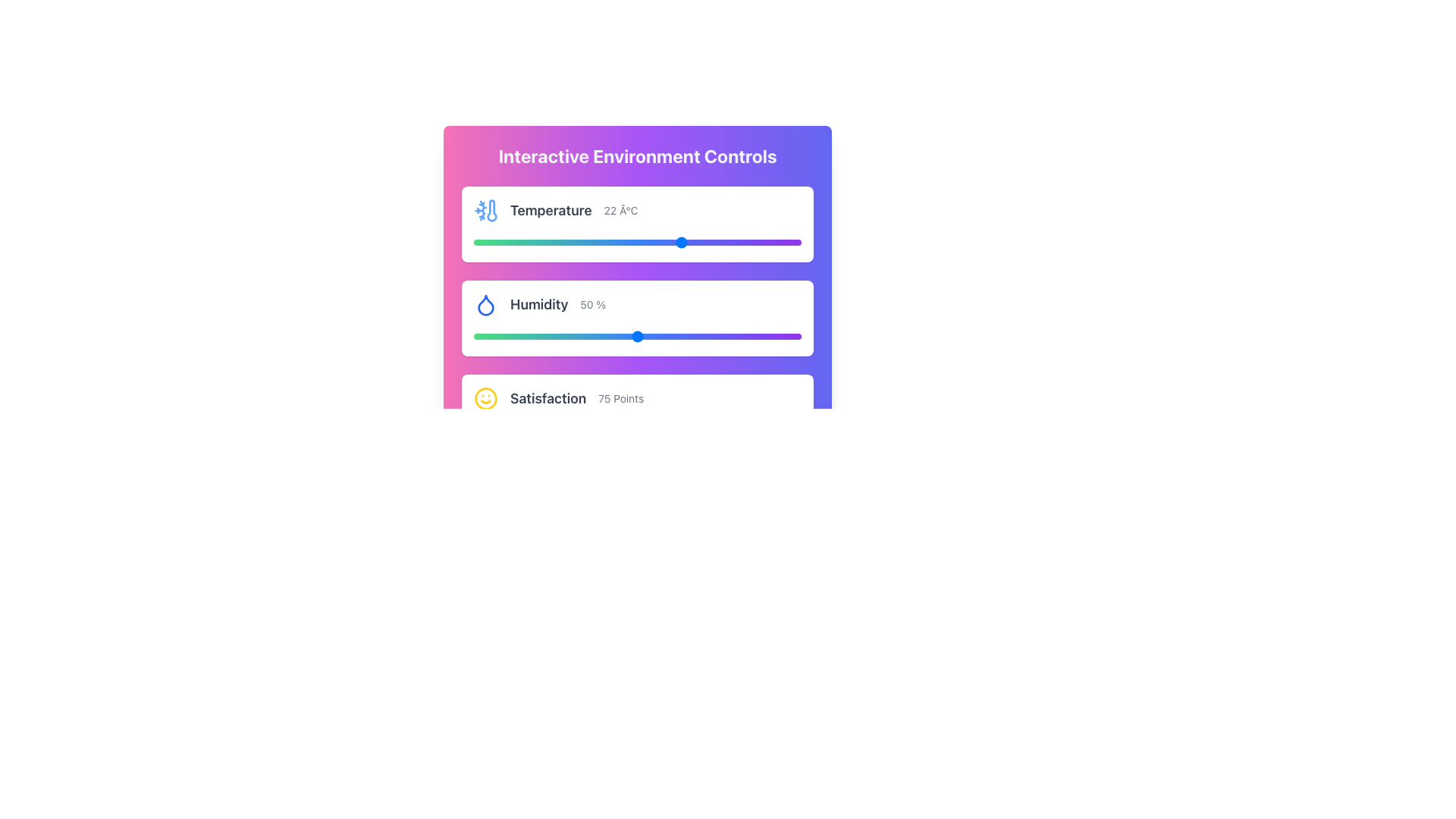 This screenshot has height=819, width=1456. I want to click on humidity, so click(661, 335).